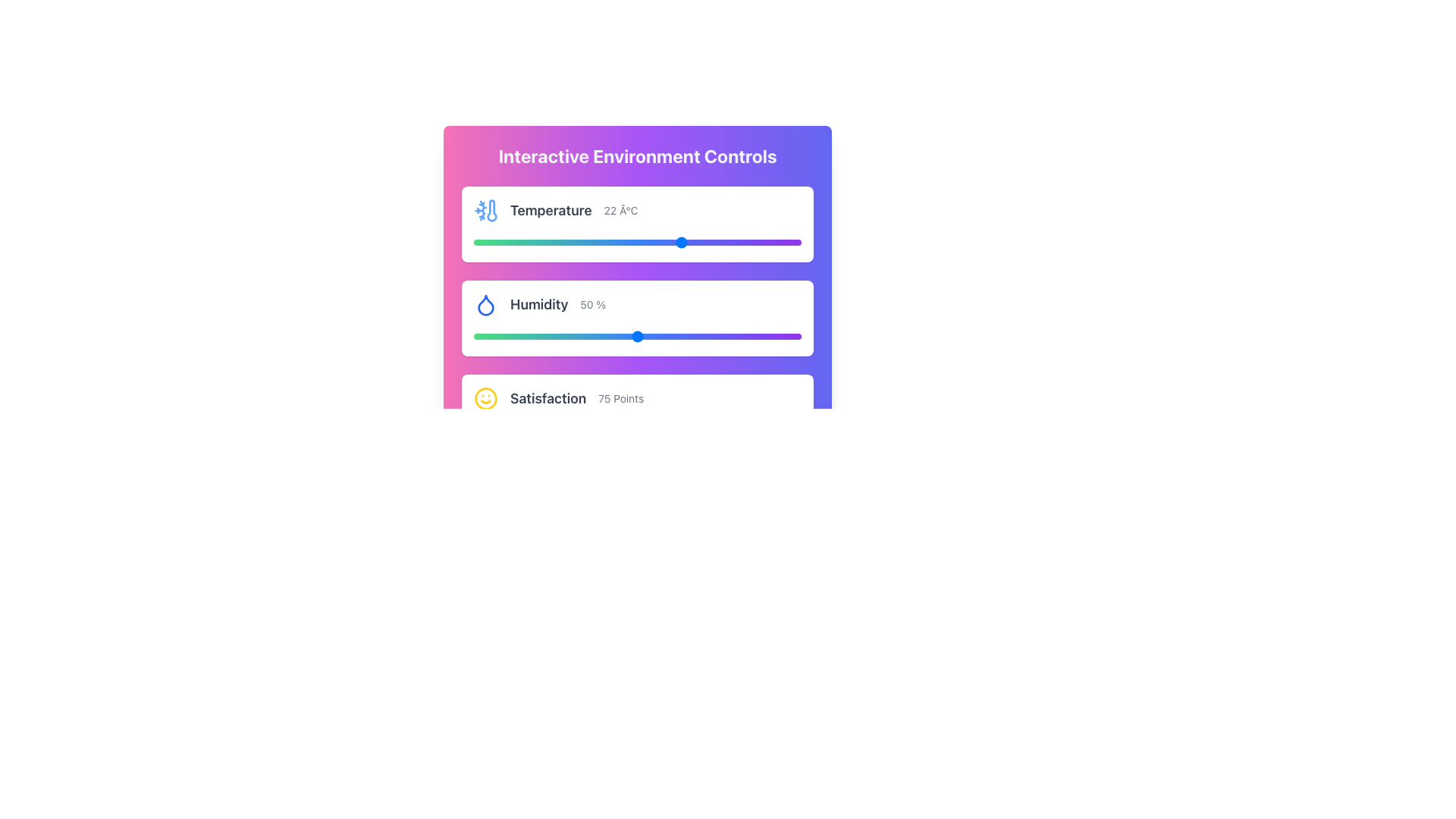 This screenshot has height=819, width=1456. I want to click on humidity, so click(661, 335).